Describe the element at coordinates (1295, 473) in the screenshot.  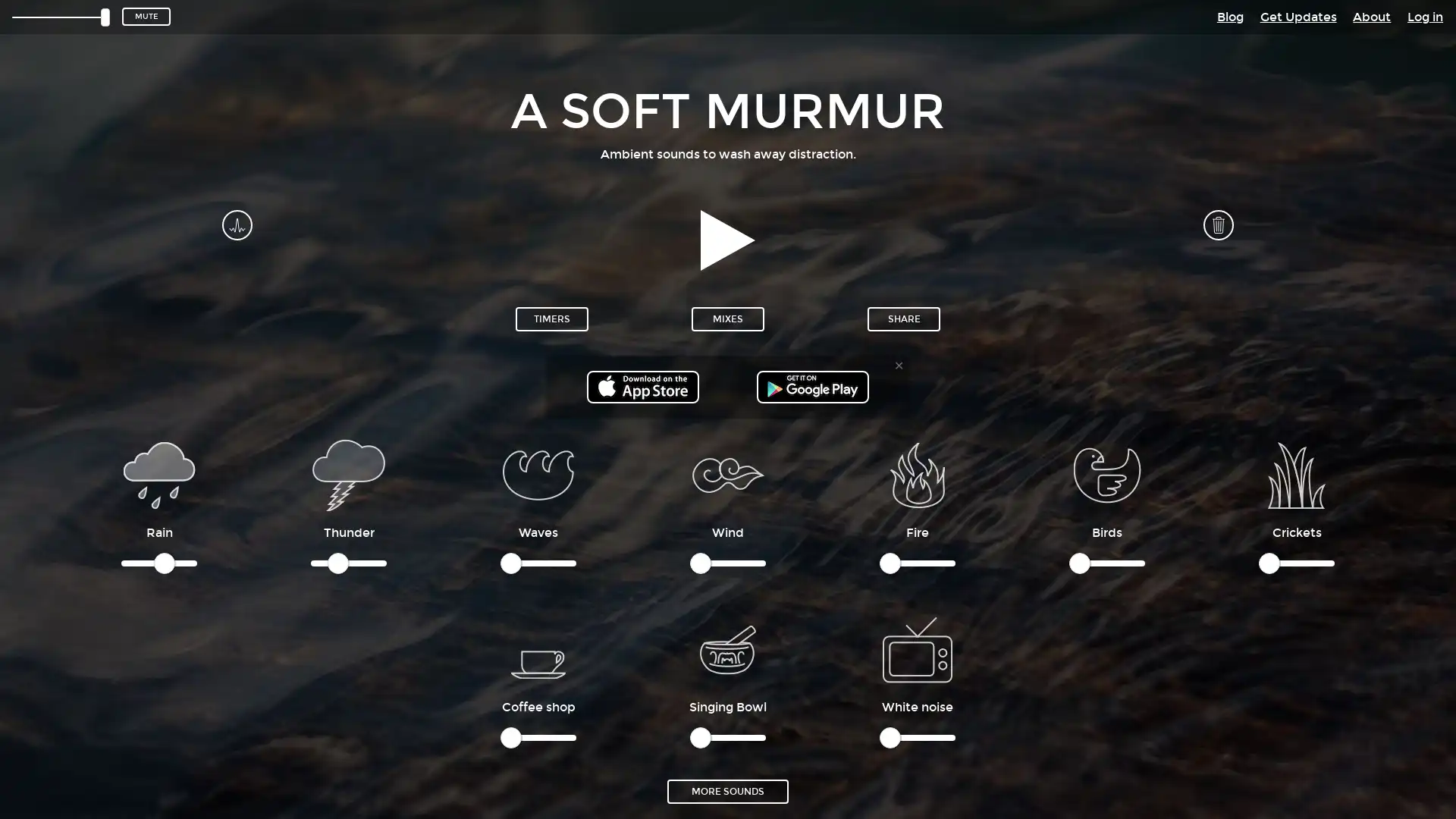
I see `Loading icon` at that location.